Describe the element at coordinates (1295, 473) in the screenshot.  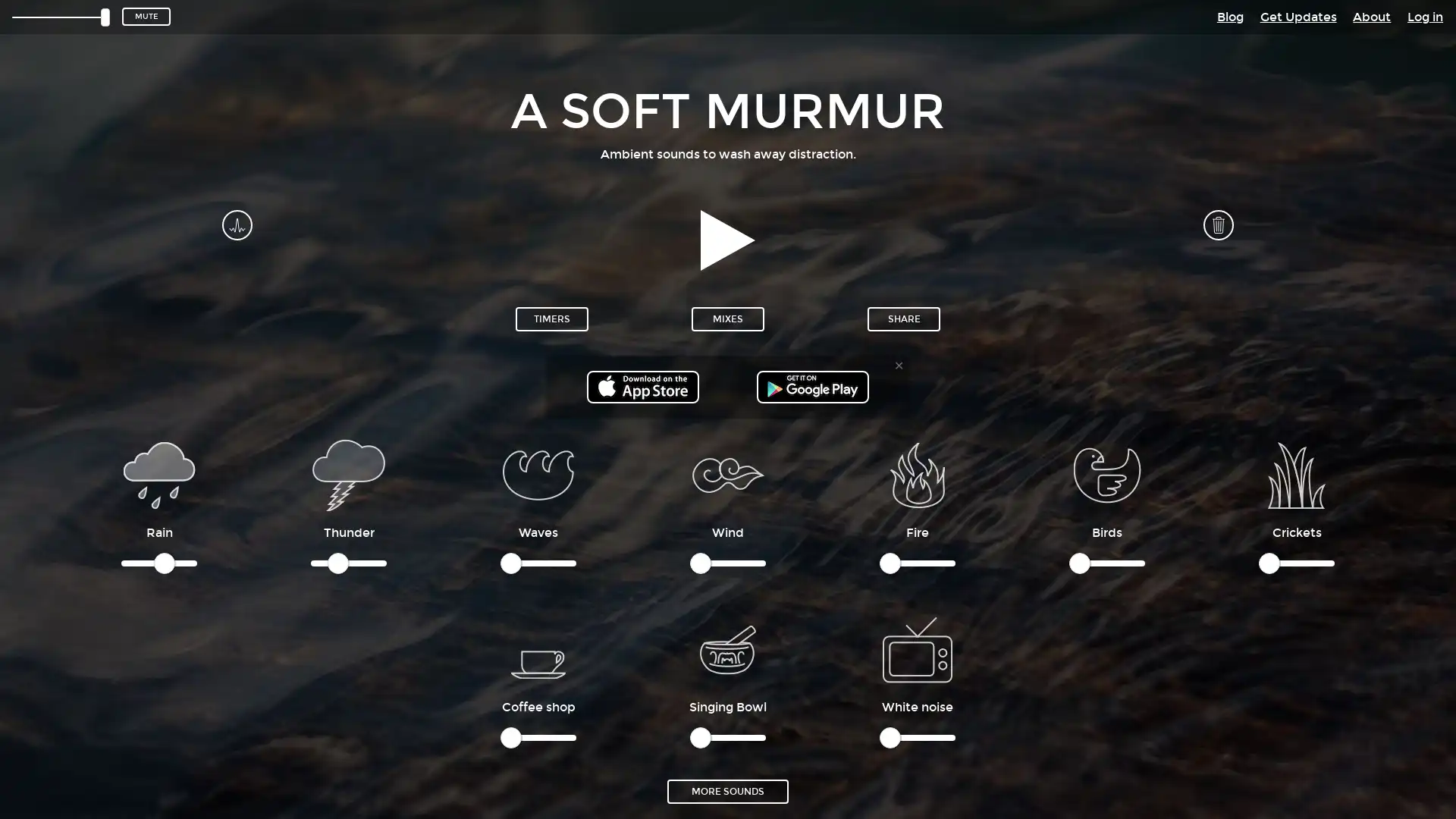
I see `Loading icon` at that location.